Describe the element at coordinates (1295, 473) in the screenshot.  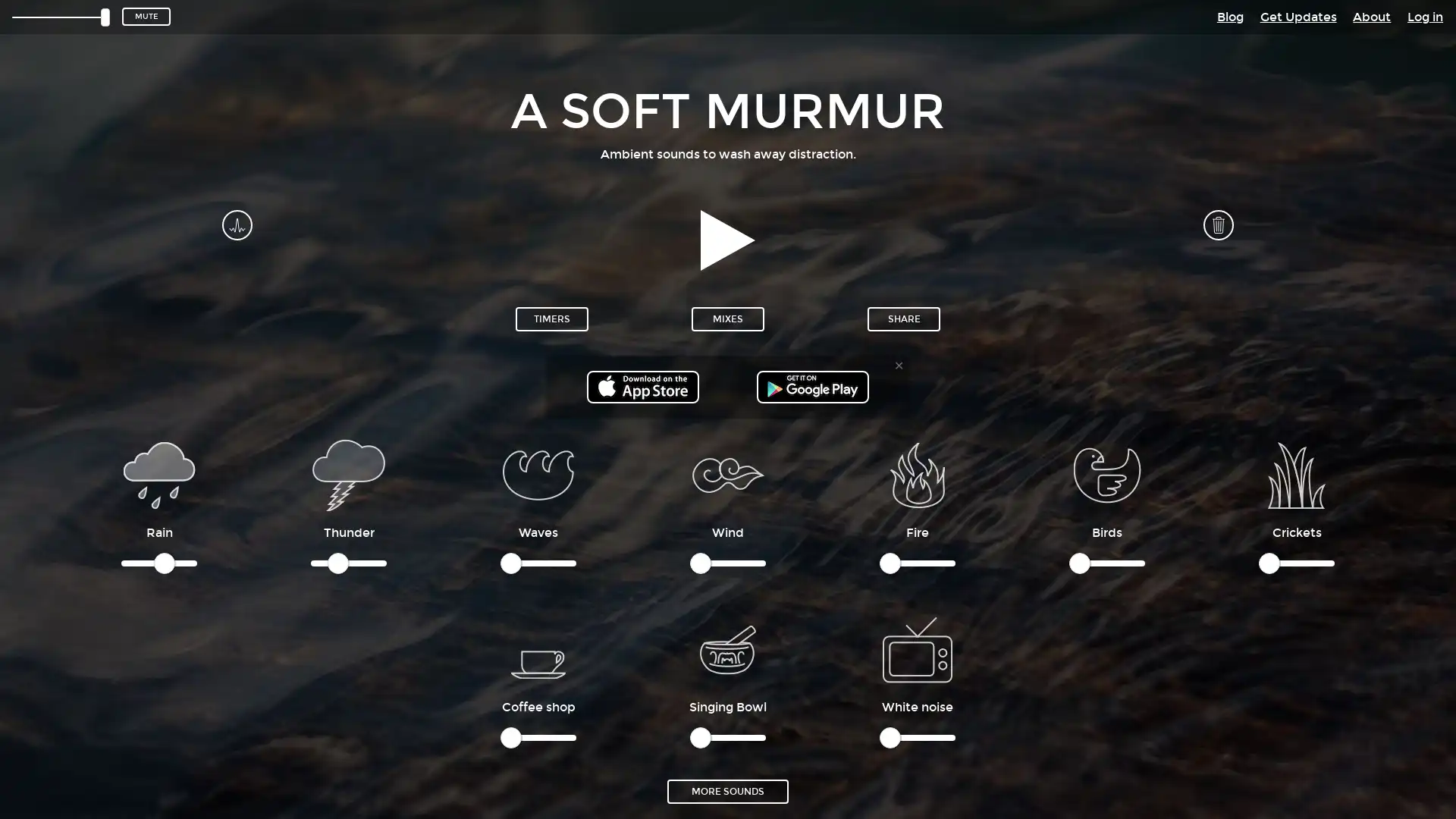
I see `Loading icon` at that location.